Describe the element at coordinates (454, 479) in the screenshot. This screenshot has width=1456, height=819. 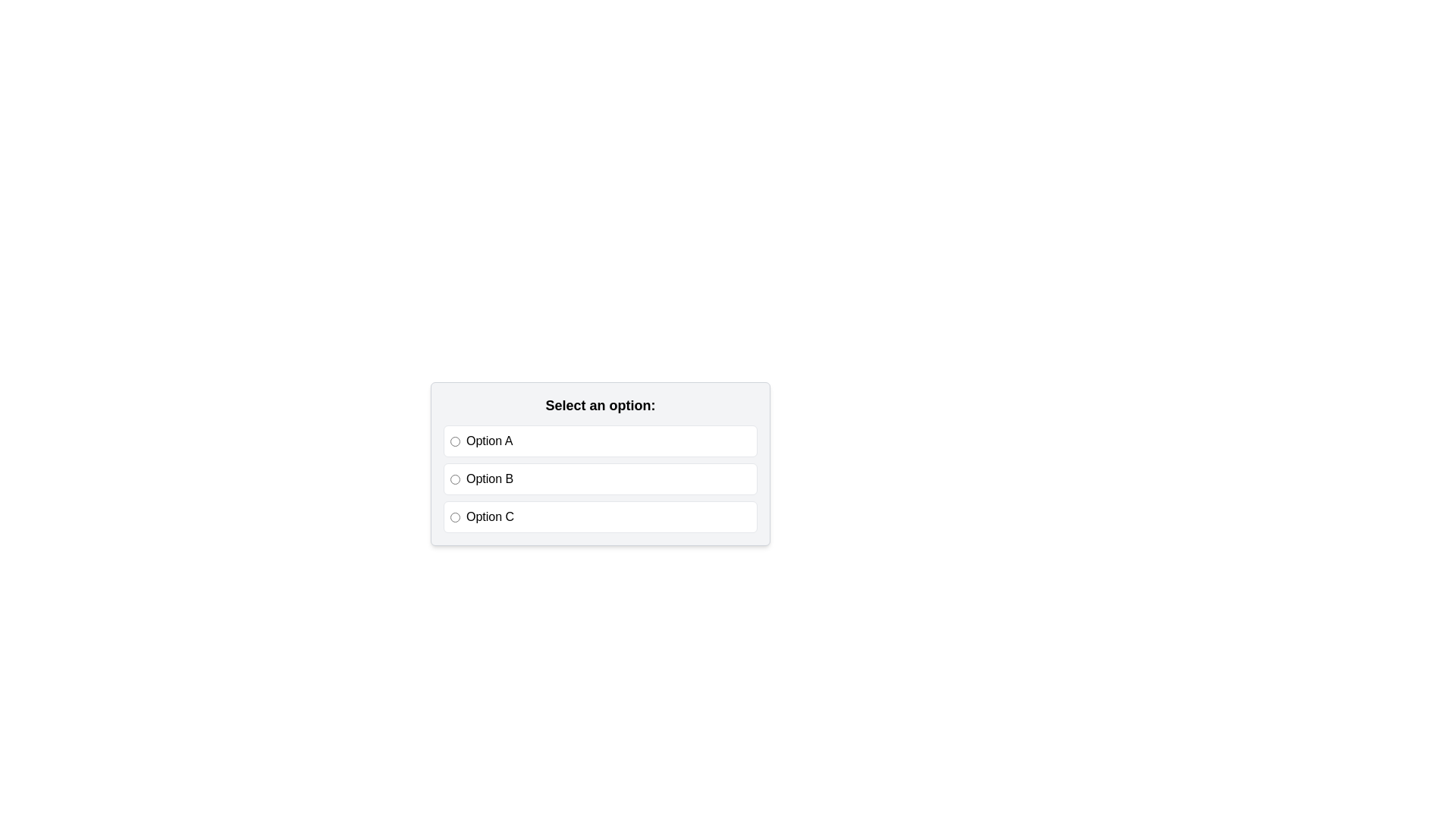
I see `the radio button for 'Option B'` at that location.